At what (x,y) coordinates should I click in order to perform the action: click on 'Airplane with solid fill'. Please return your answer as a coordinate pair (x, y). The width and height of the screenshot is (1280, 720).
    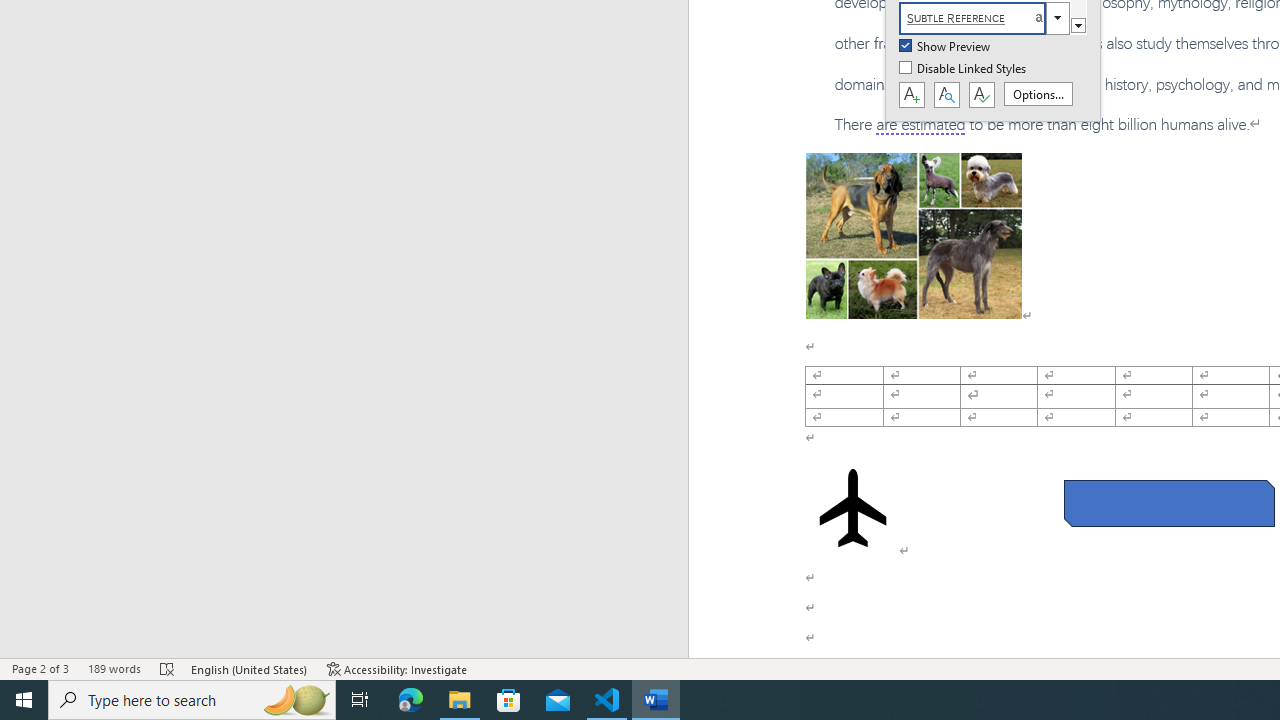
    Looking at the image, I should click on (853, 506).